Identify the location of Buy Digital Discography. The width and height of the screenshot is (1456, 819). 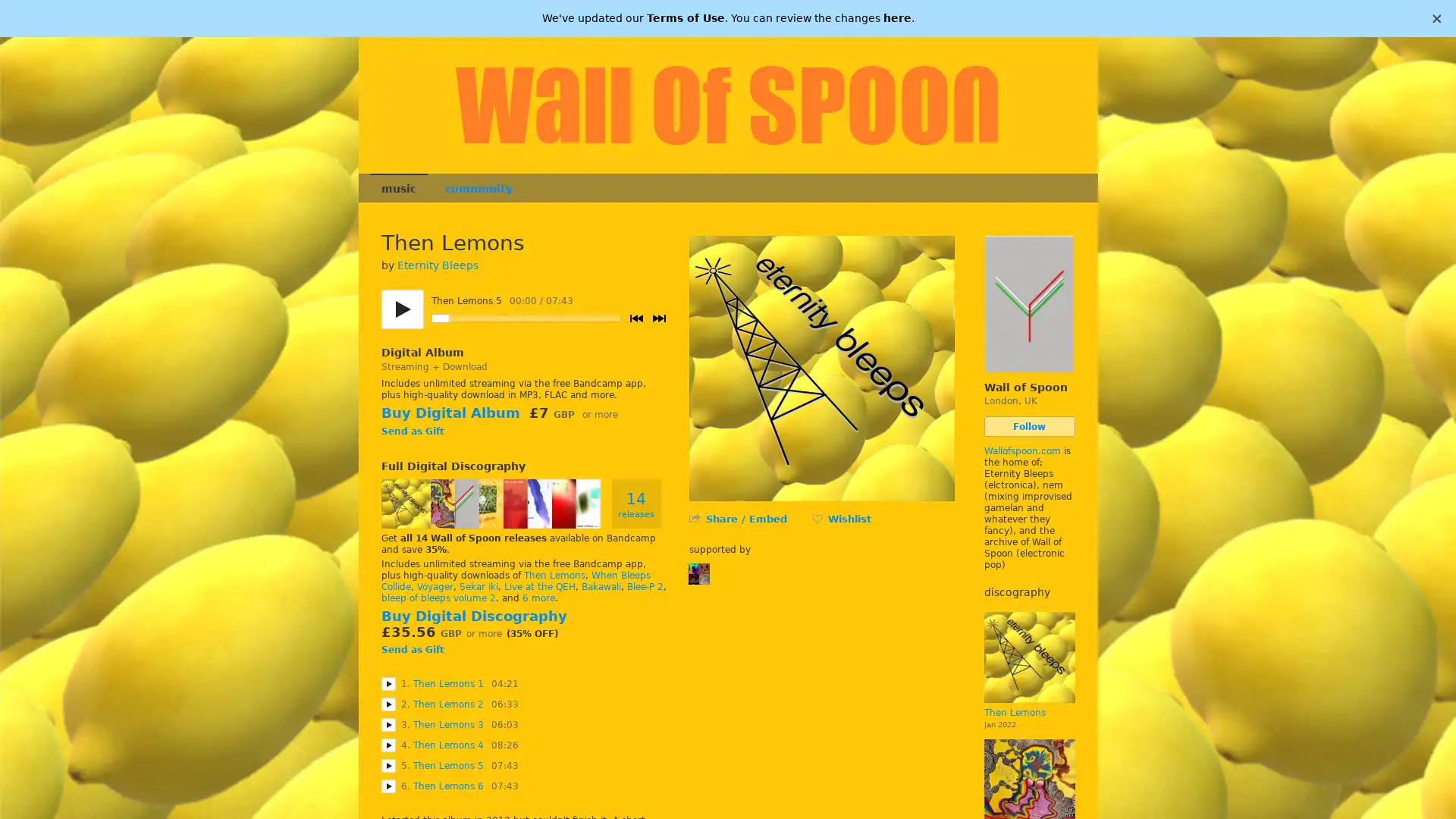
(472, 616).